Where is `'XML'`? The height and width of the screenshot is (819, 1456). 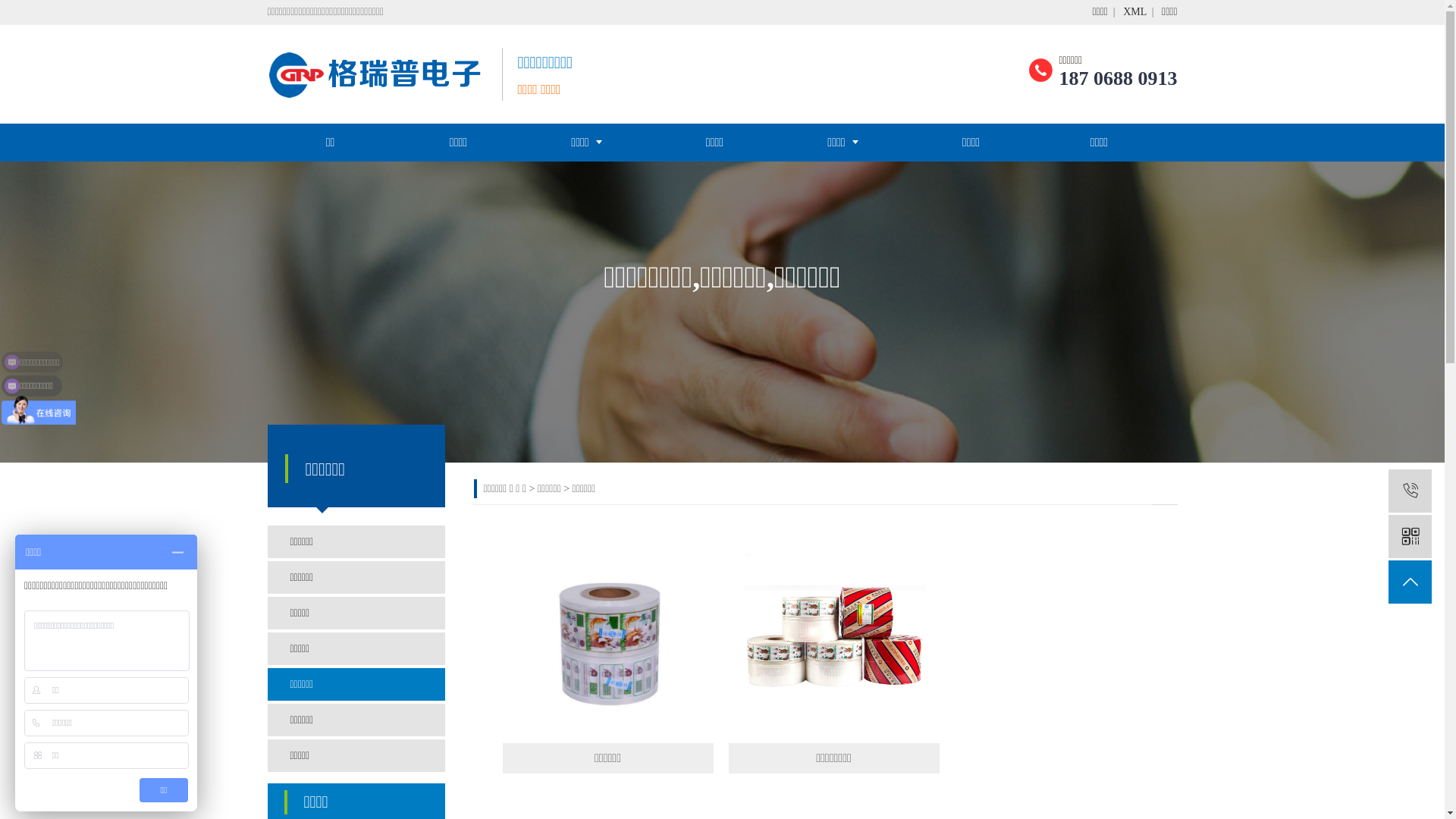 'XML' is located at coordinates (1134, 11).